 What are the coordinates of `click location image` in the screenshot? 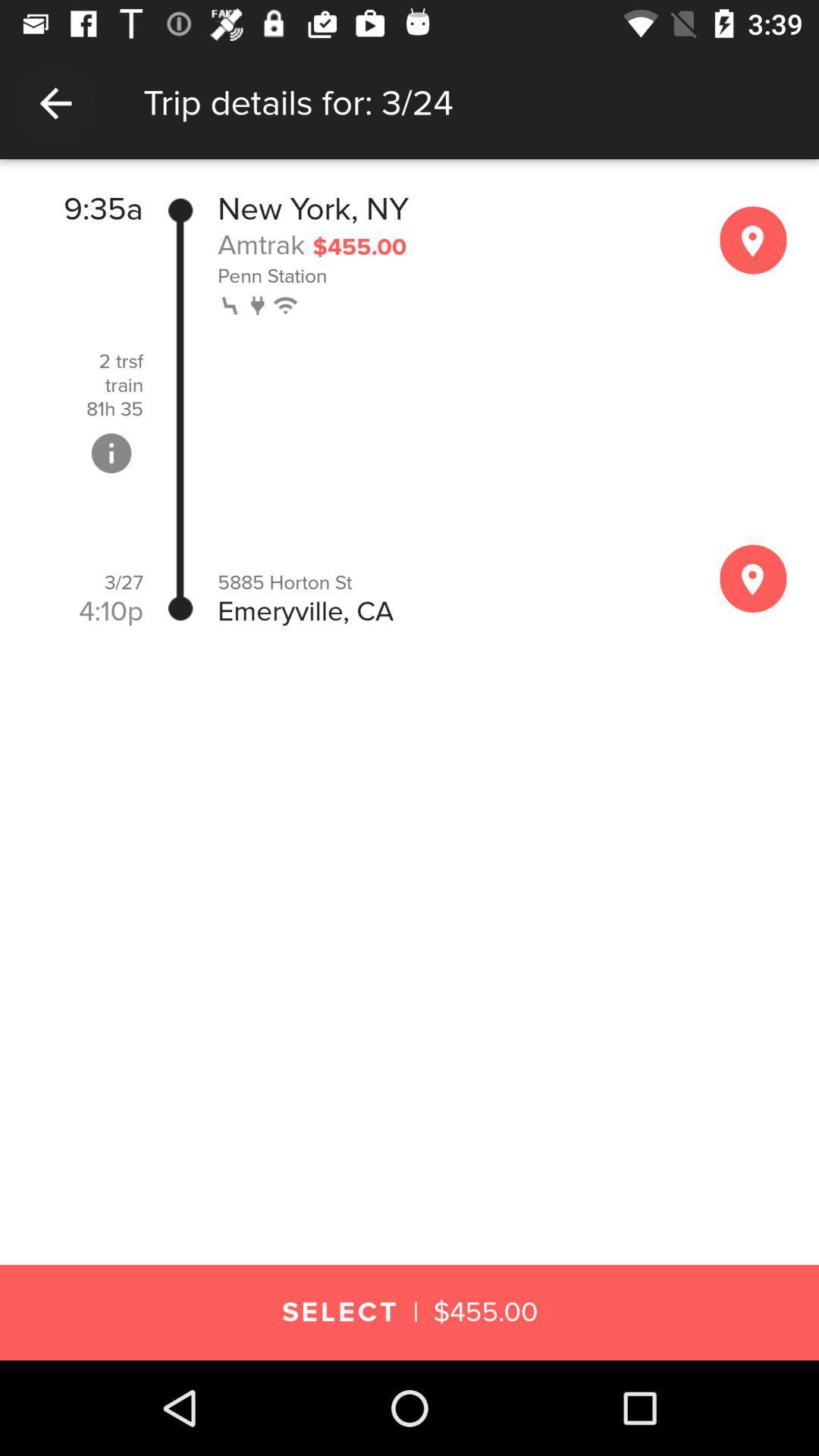 It's located at (753, 578).